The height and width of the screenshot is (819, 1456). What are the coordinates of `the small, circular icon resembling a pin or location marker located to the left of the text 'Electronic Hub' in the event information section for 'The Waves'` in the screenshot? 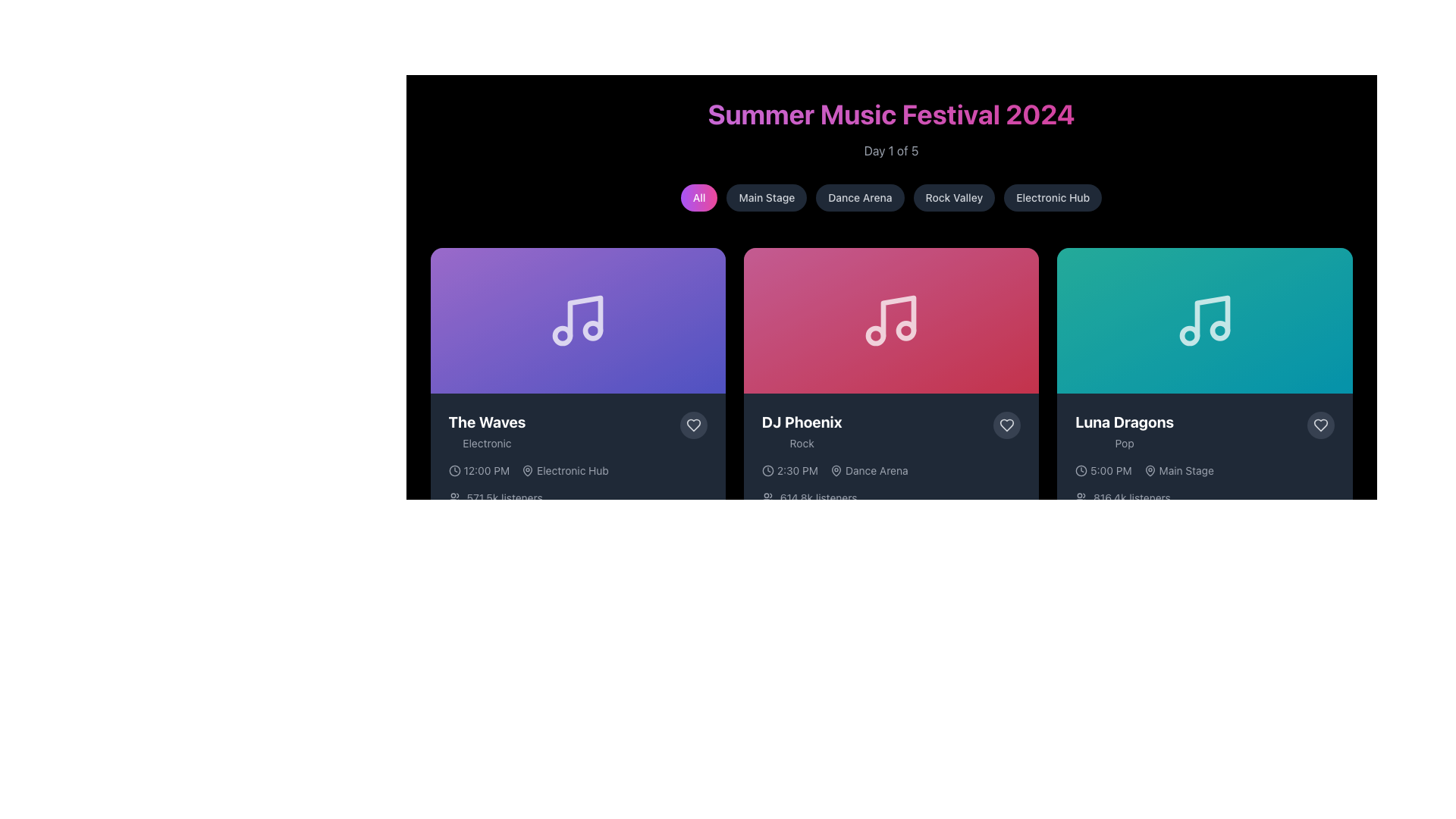 It's located at (528, 470).